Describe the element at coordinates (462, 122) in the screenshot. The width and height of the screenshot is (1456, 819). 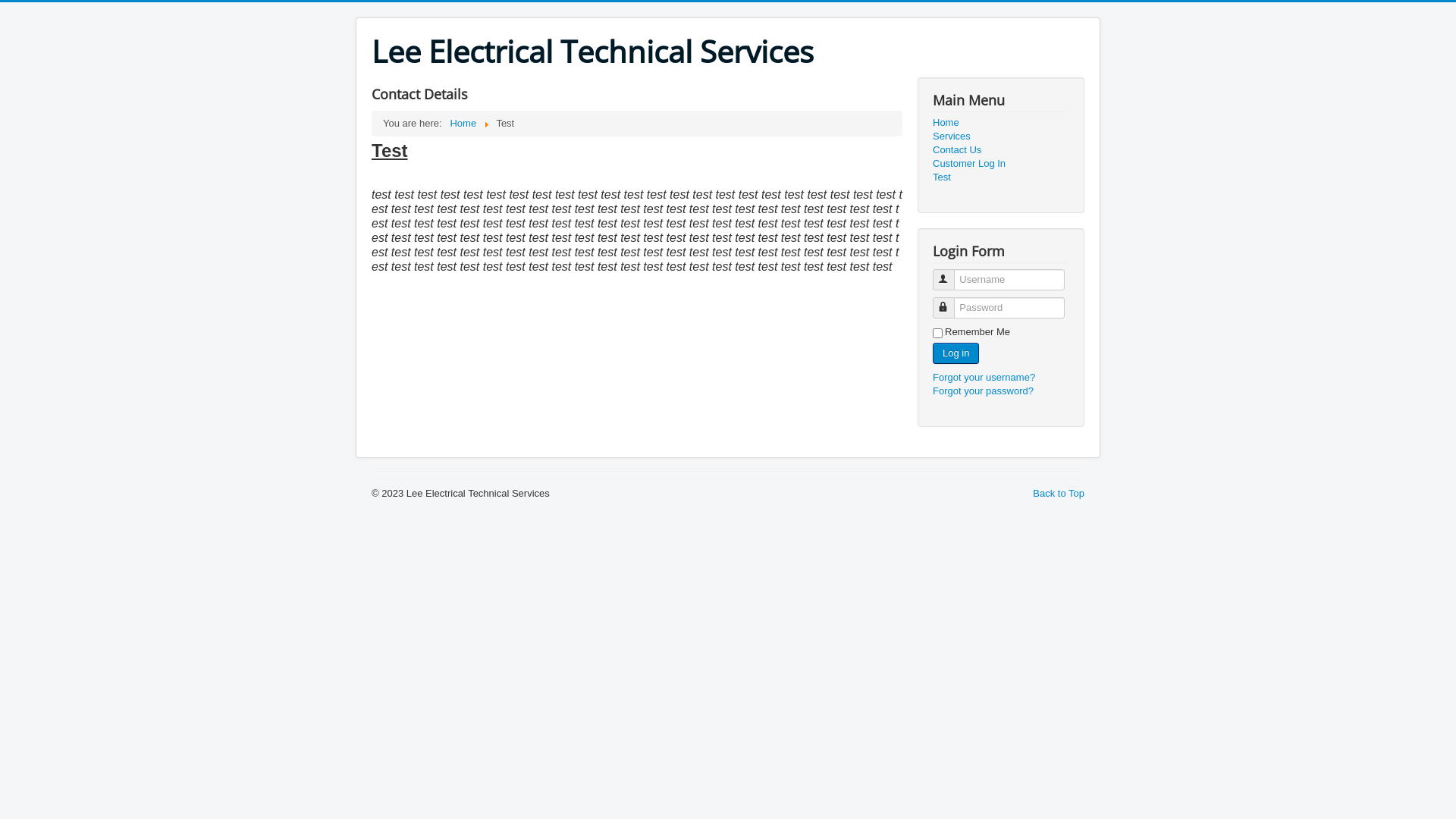
I see `'Home'` at that location.